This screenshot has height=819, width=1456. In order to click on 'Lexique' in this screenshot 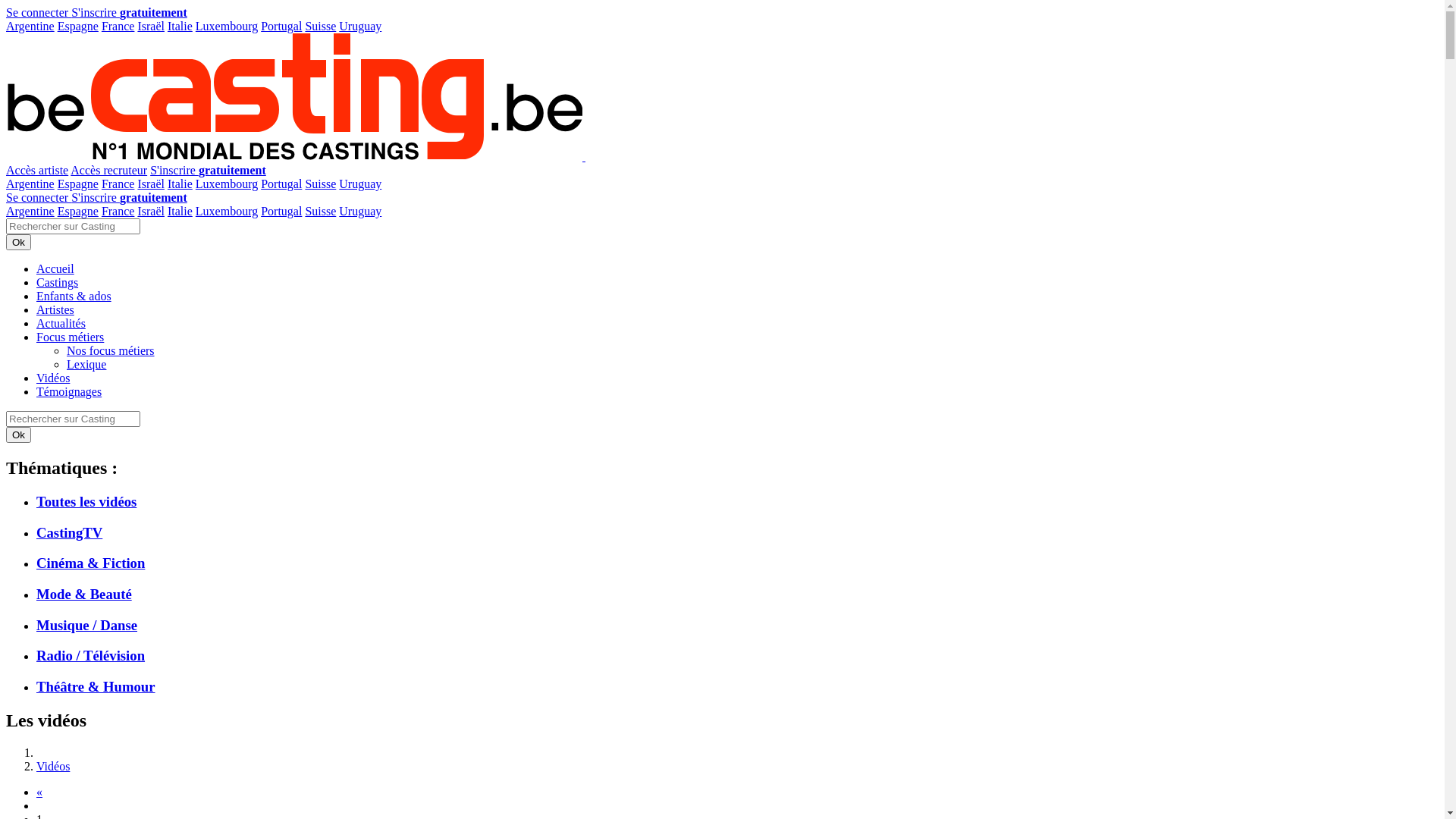, I will do `click(86, 364)`.